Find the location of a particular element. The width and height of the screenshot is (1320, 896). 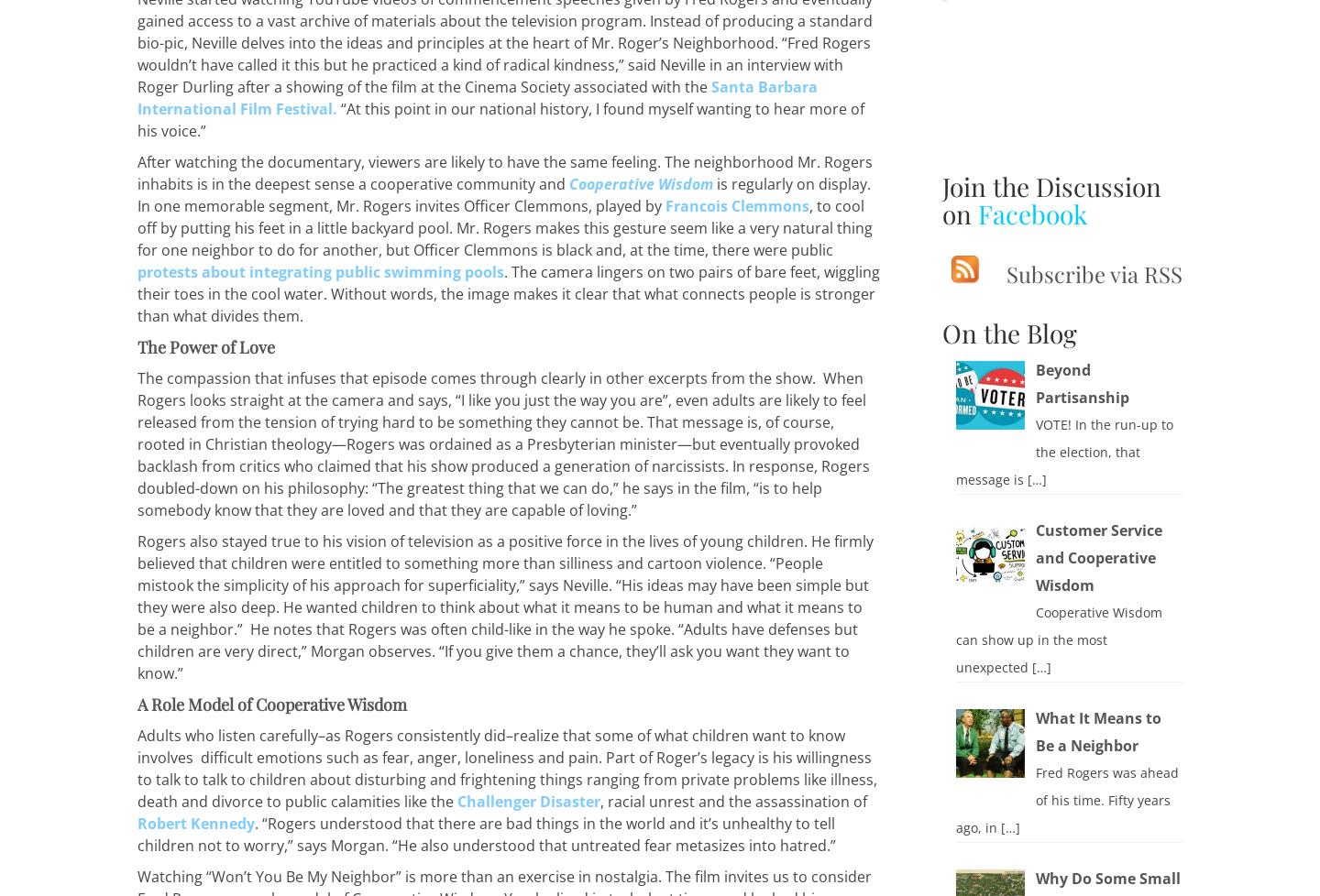

'Adults who listen carefully–as Rogers consistently did–realize that some of what children want to know involves  difficult emotions such as fear, anger, loneliness and pain. Part of Roger’s legacy is his willingness to talk to talk to children about disturbing and frightening things ranging from private problems like illness, death and divorce to public calamities like the' is located at coordinates (507, 768).